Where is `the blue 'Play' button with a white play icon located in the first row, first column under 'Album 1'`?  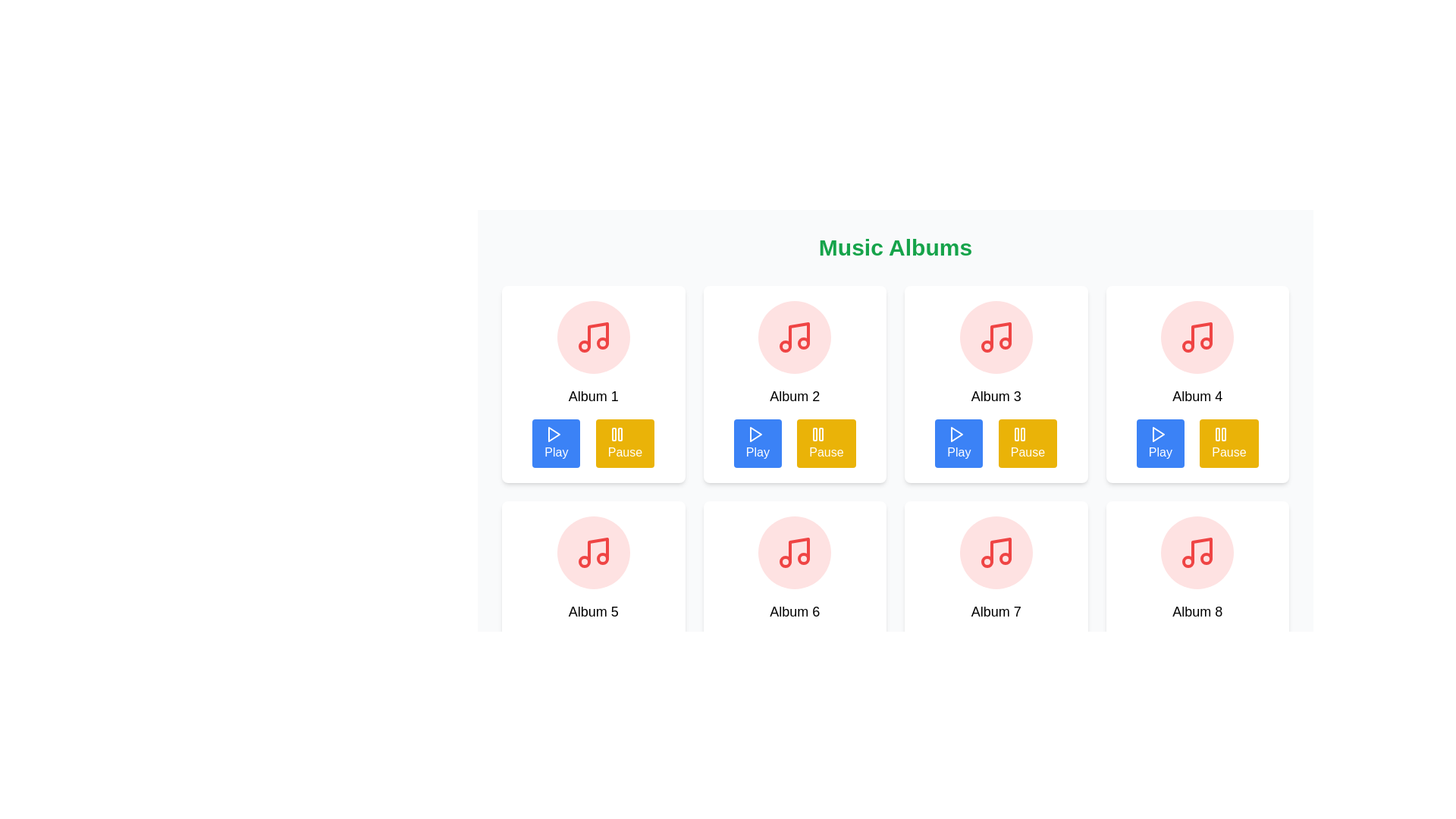
the blue 'Play' button with a white play icon located in the first row, first column under 'Album 1' is located at coordinates (555, 444).